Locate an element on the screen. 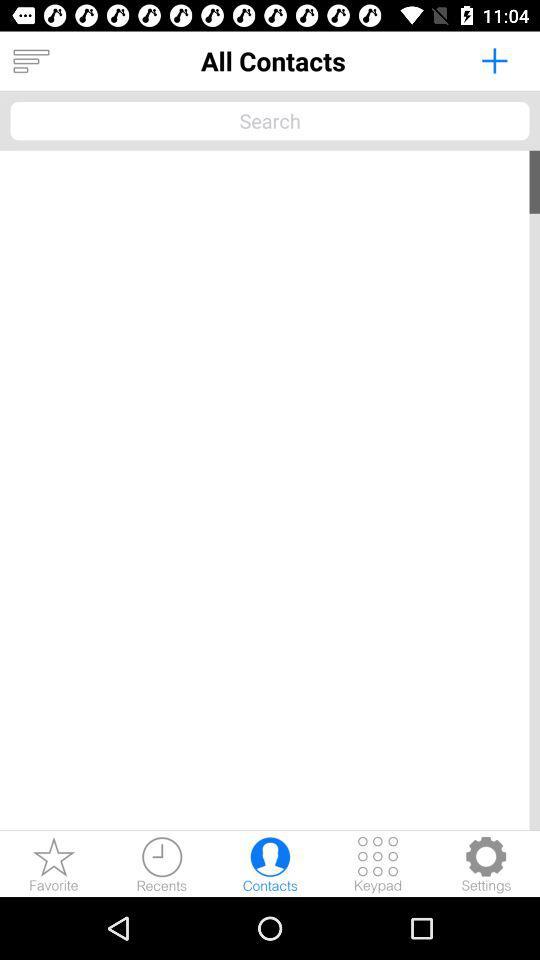 This screenshot has width=540, height=960. phone contacts is located at coordinates (54, 863).